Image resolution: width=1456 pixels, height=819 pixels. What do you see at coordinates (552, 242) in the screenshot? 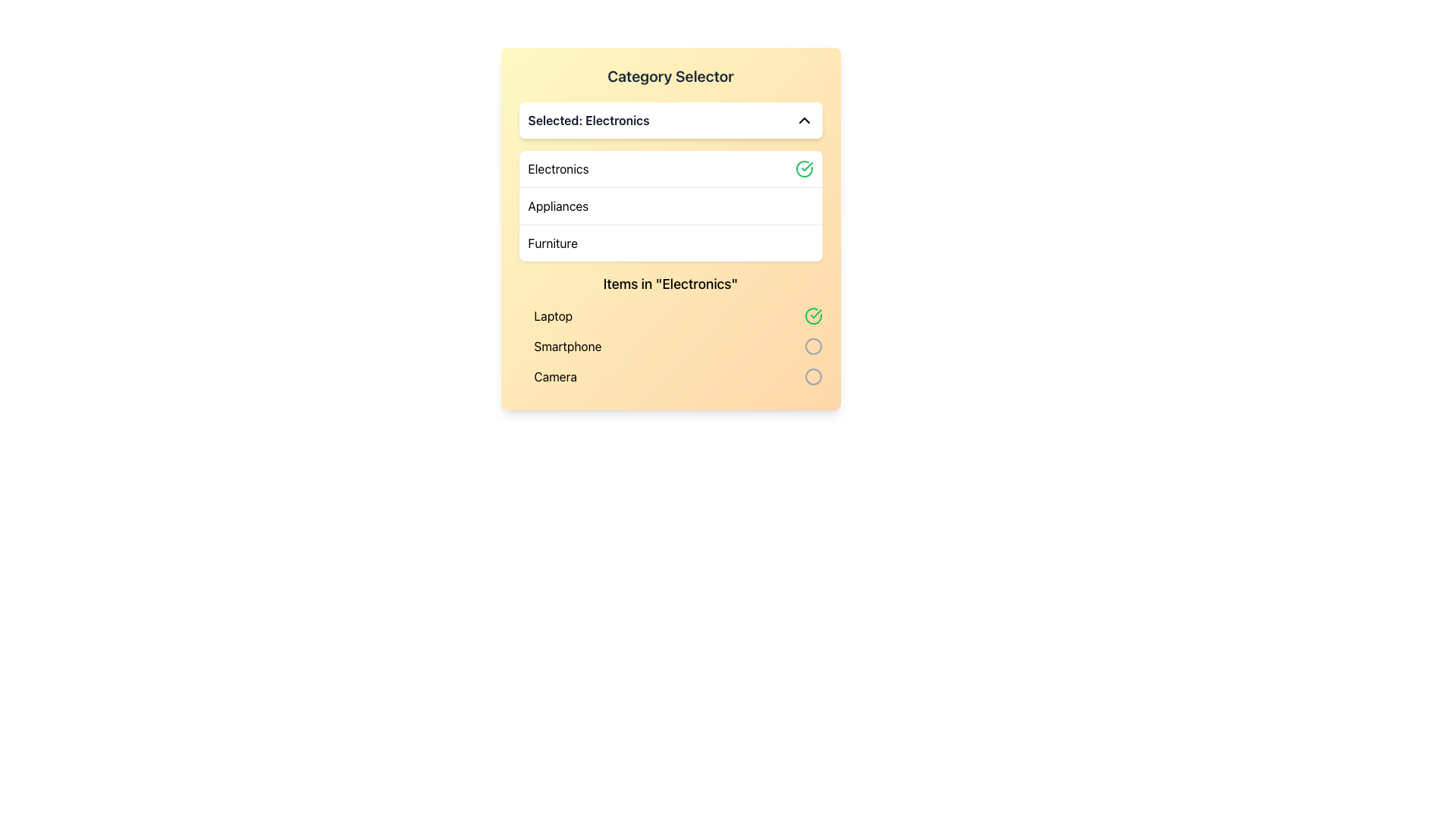
I see `the 'Furniture' option in the category selector dropdown, which is the third visible item in the list` at bounding box center [552, 242].